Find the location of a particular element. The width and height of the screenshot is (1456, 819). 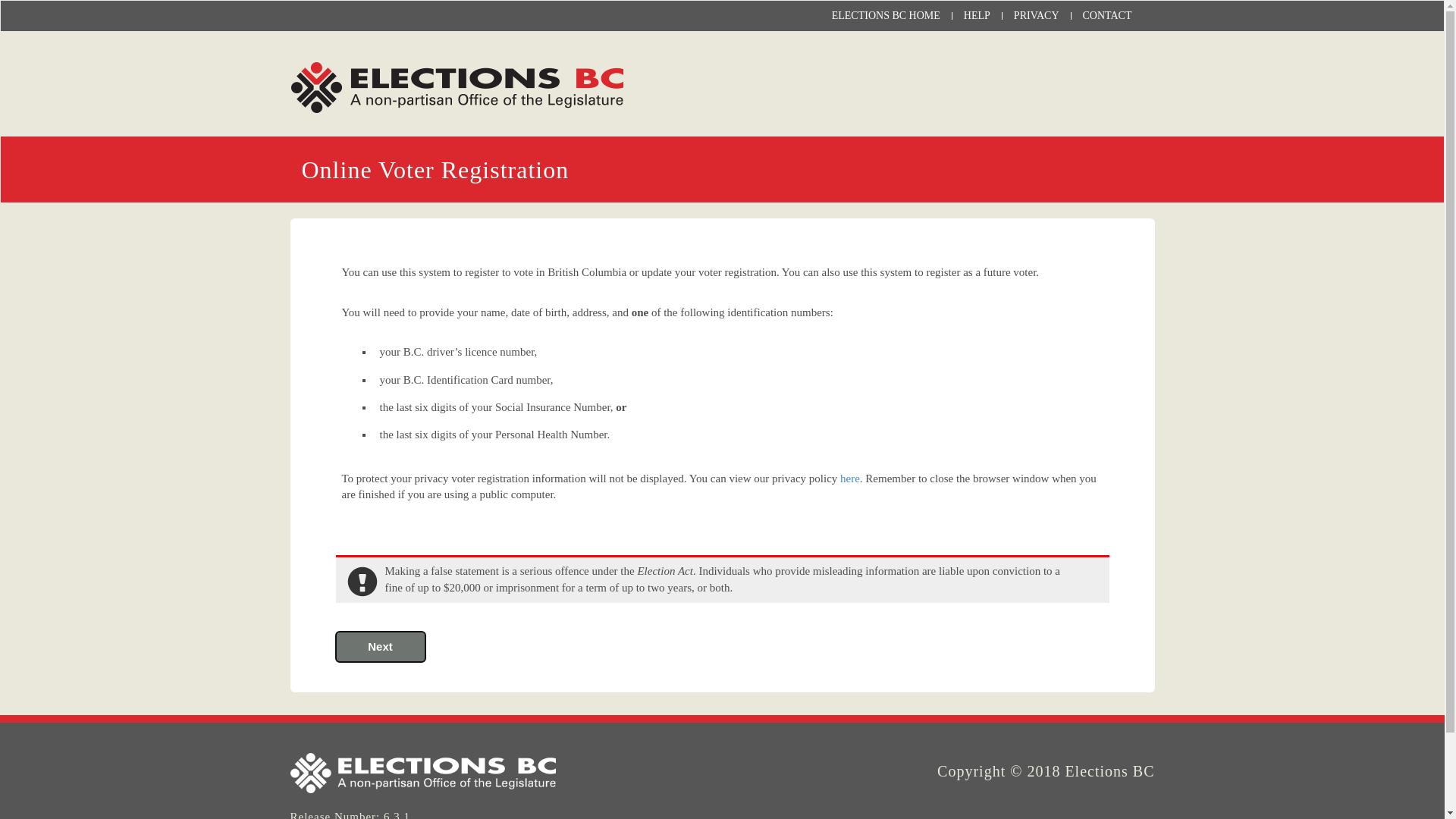

'Click to continue' is located at coordinates (334, 646).